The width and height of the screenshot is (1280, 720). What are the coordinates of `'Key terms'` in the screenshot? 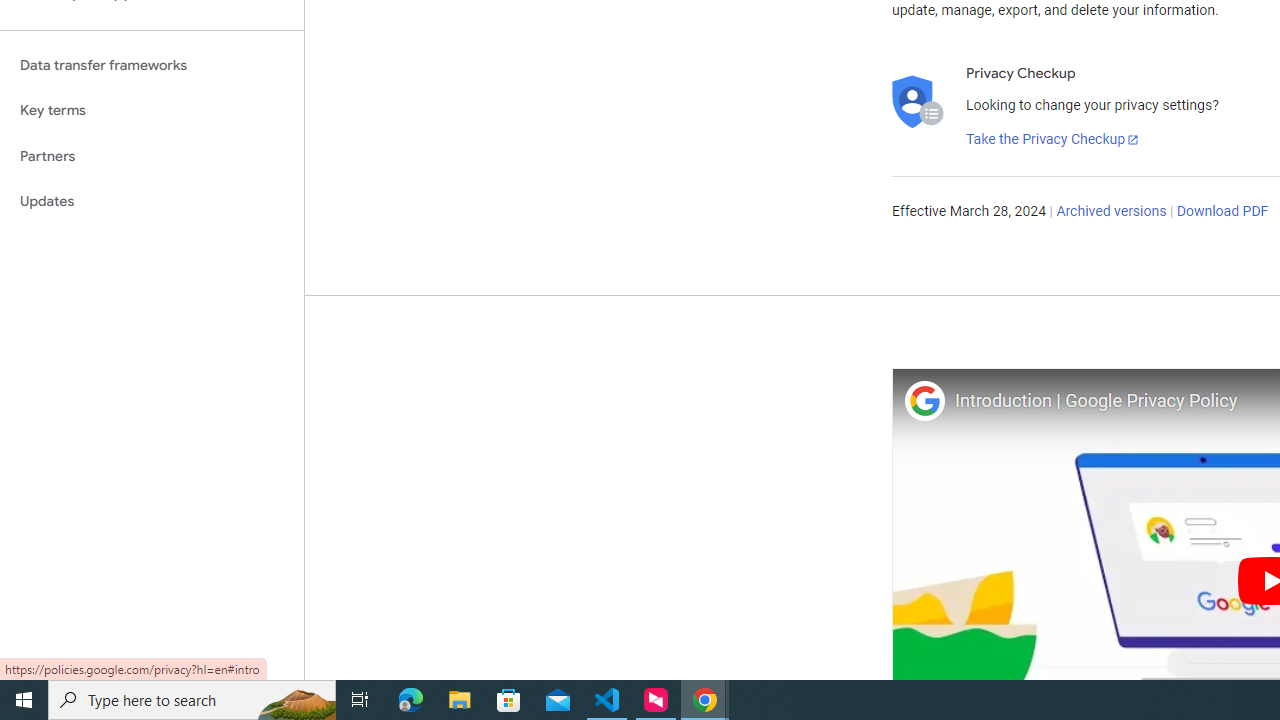 It's located at (151, 110).